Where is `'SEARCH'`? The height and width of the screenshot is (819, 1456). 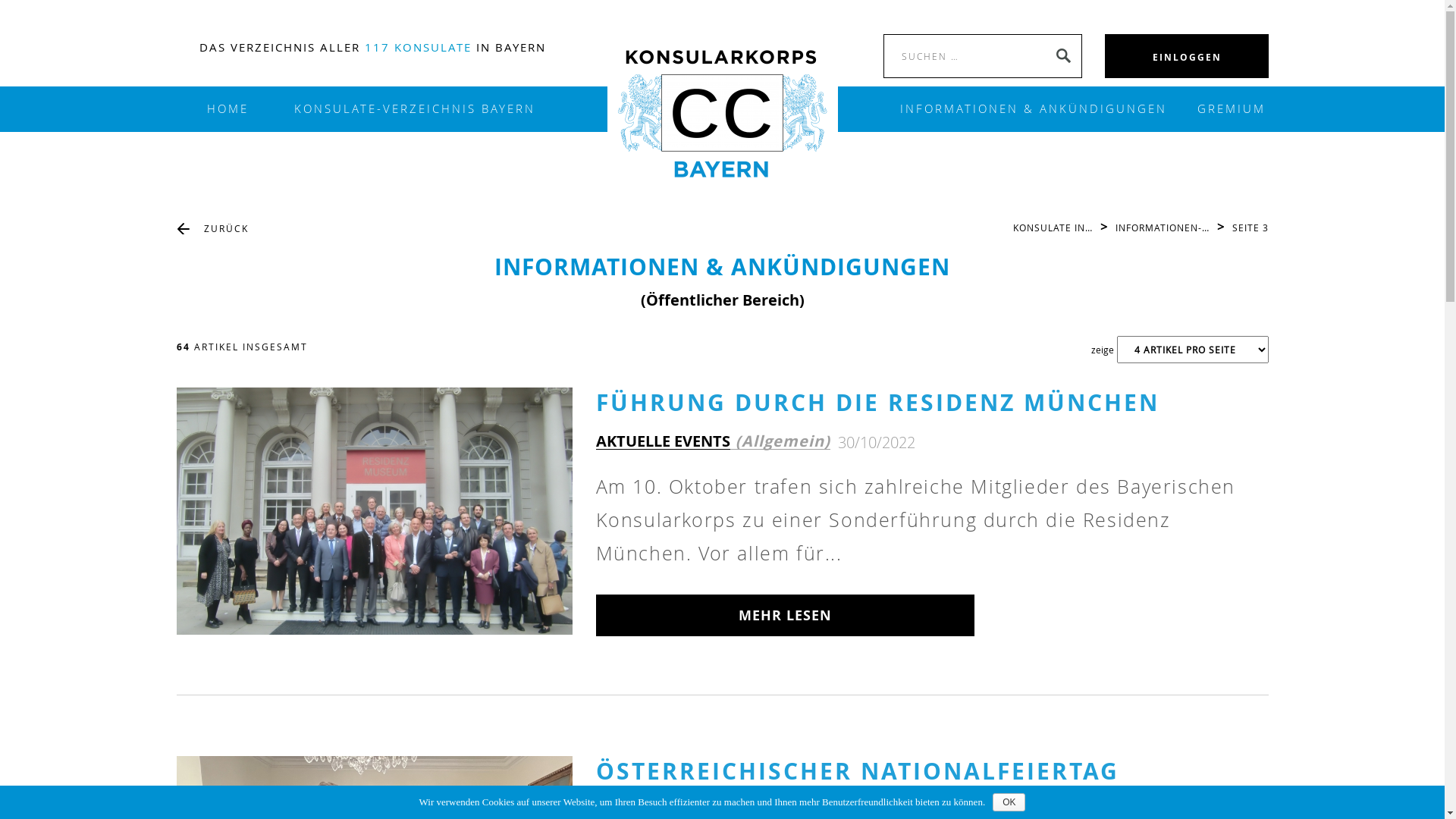
'SEARCH' is located at coordinates (1062, 55).